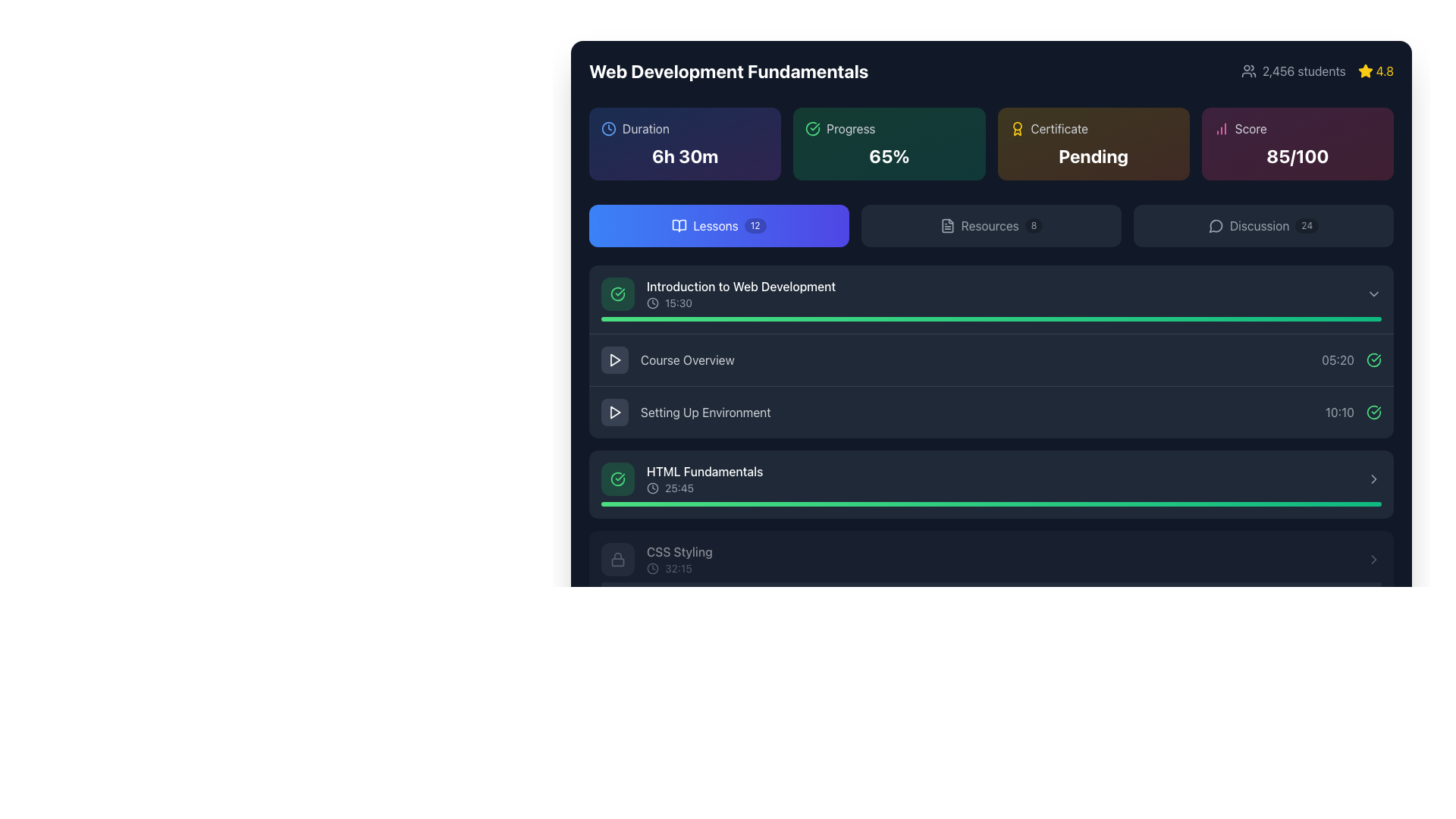 This screenshot has height=819, width=1456. I want to click on the Progress Bar indicating the completion percentage of the lesson 'Introduction to Web Development', located at the bottom of its box just below the text line '15:30', so click(991, 318).